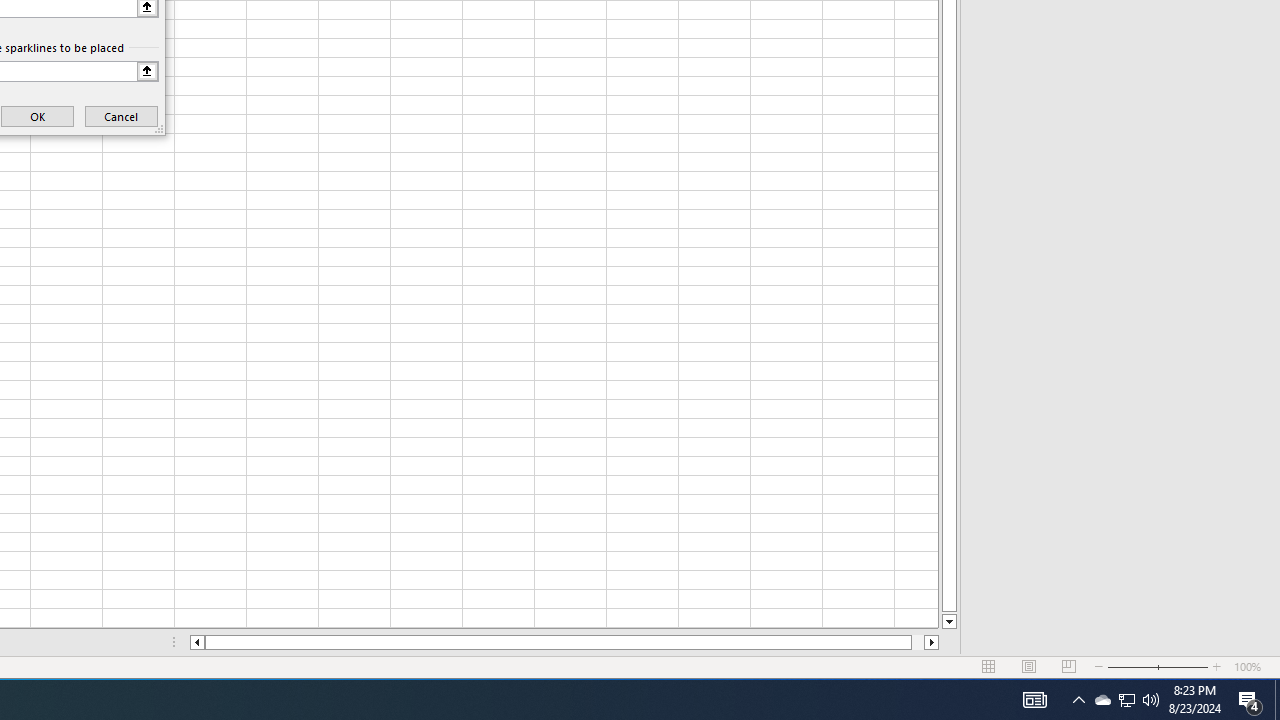 The height and width of the screenshot is (720, 1280). Describe the element at coordinates (1068, 667) in the screenshot. I see `'Page Break Preview'` at that location.